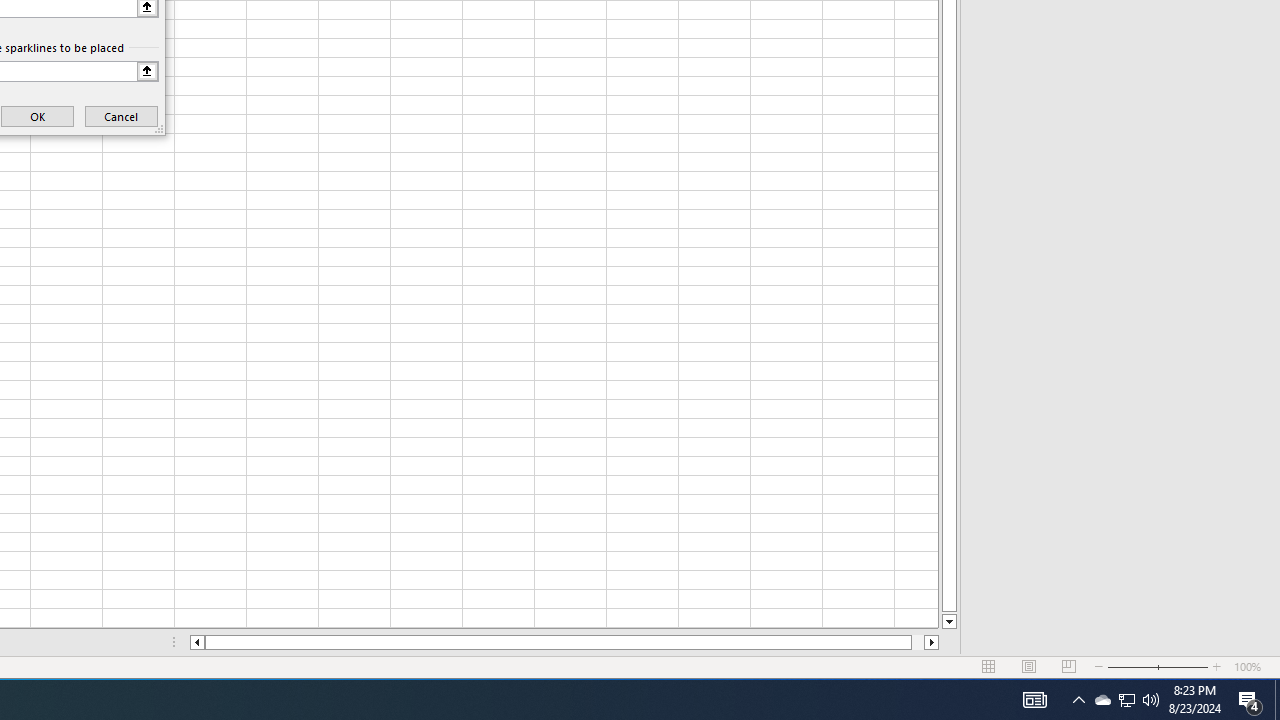 The height and width of the screenshot is (720, 1280). Describe the element at coordinates (1068, 667) in the screenshot. I see `'Page Break Preview'` at that location.